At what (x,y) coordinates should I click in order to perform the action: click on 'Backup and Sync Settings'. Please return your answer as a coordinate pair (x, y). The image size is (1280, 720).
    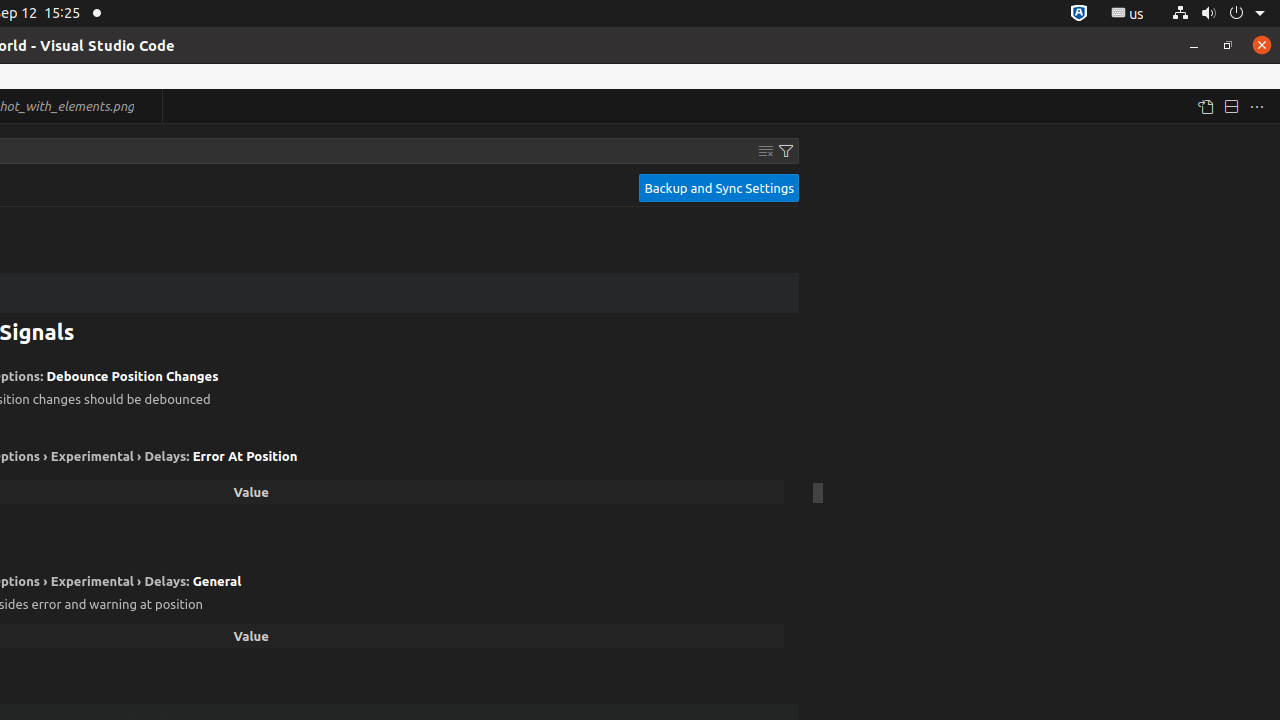
    Looking at the image, I should click on (718, 187).